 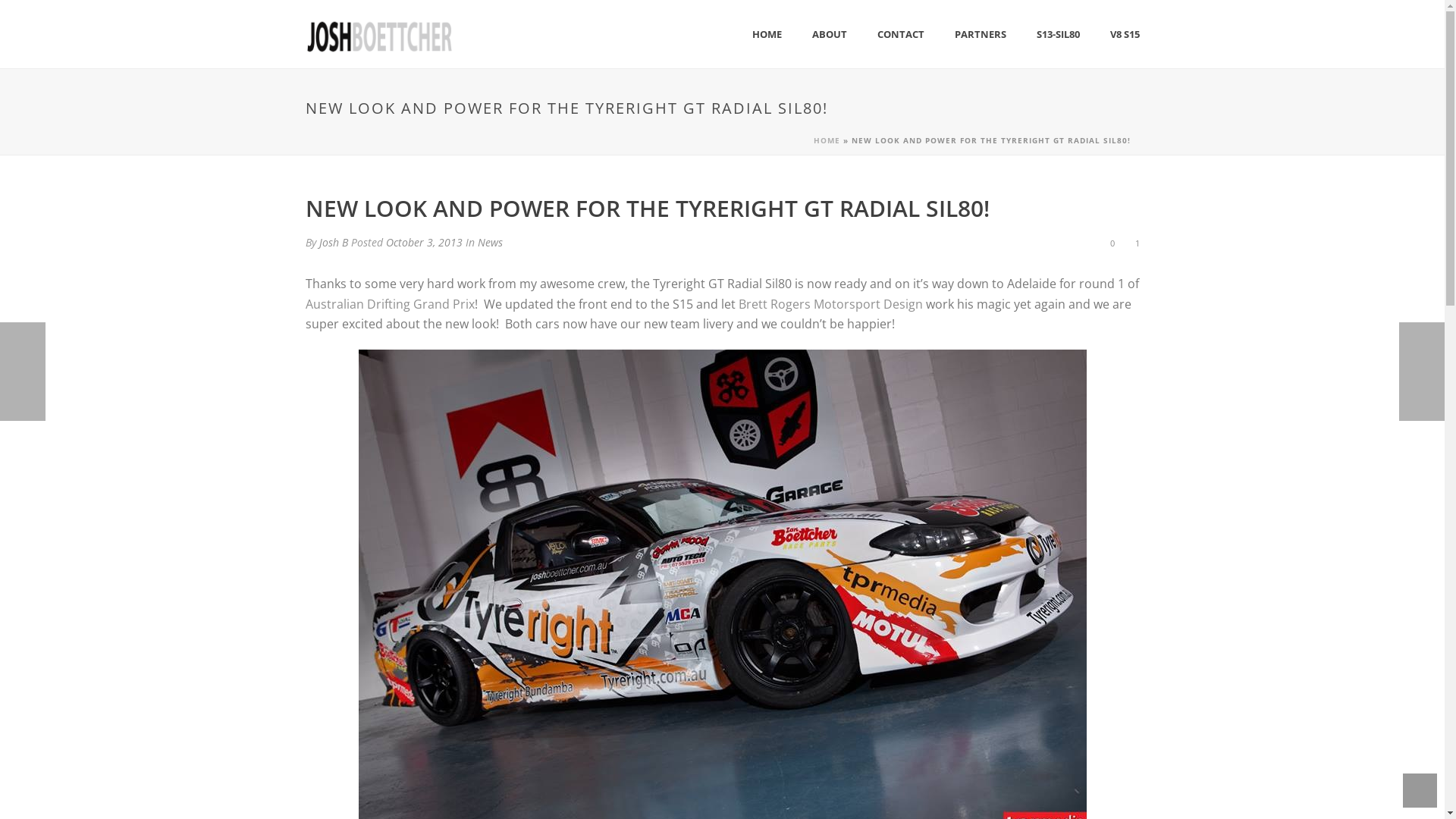 I want to click on 'ABOUT', so click(x=828, y=34).